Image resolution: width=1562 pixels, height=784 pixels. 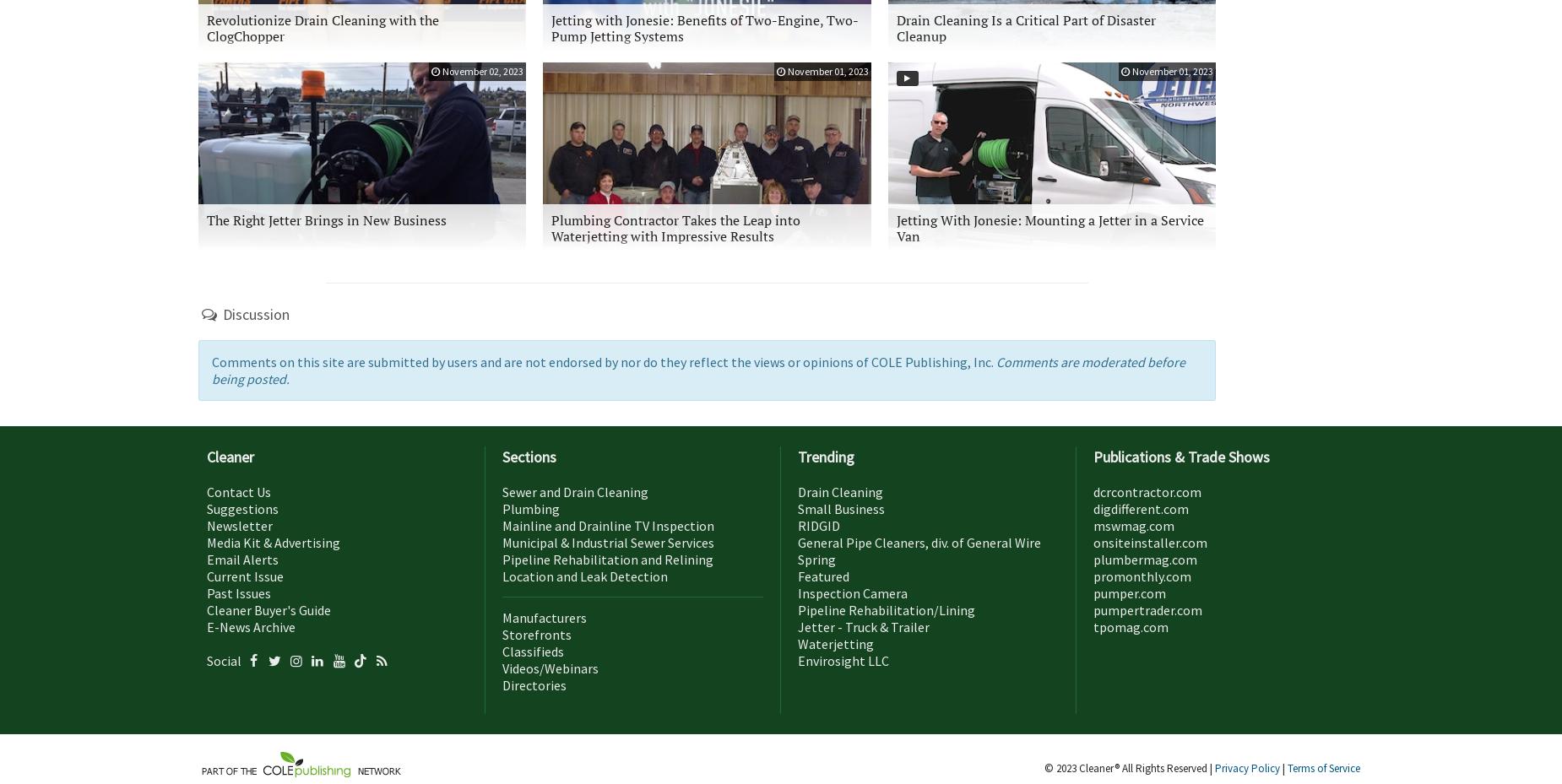 I want to click on 'Sections', so click(x=529, y=457).